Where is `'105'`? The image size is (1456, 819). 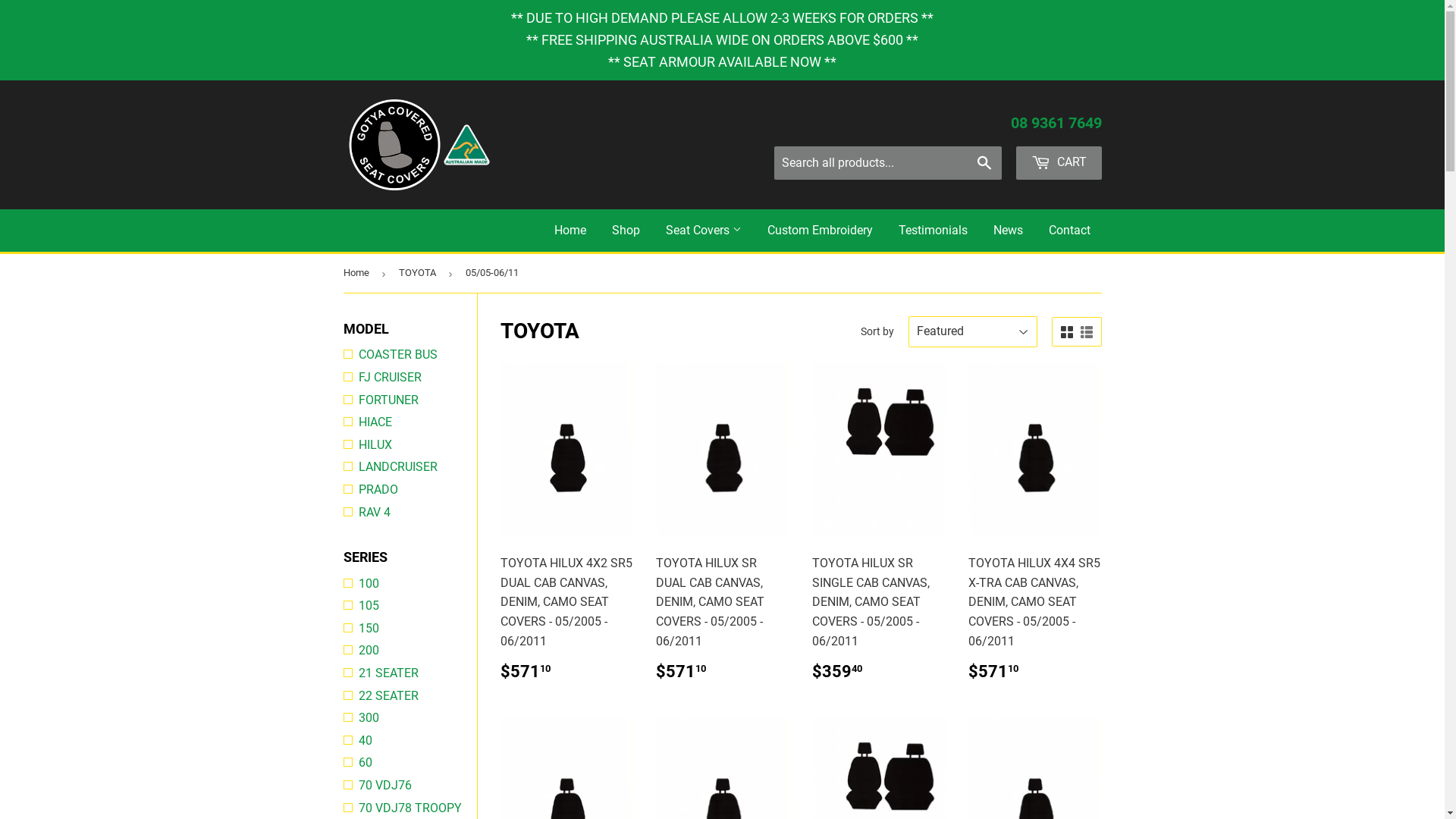 '105' is located at coordinates (409, 604).